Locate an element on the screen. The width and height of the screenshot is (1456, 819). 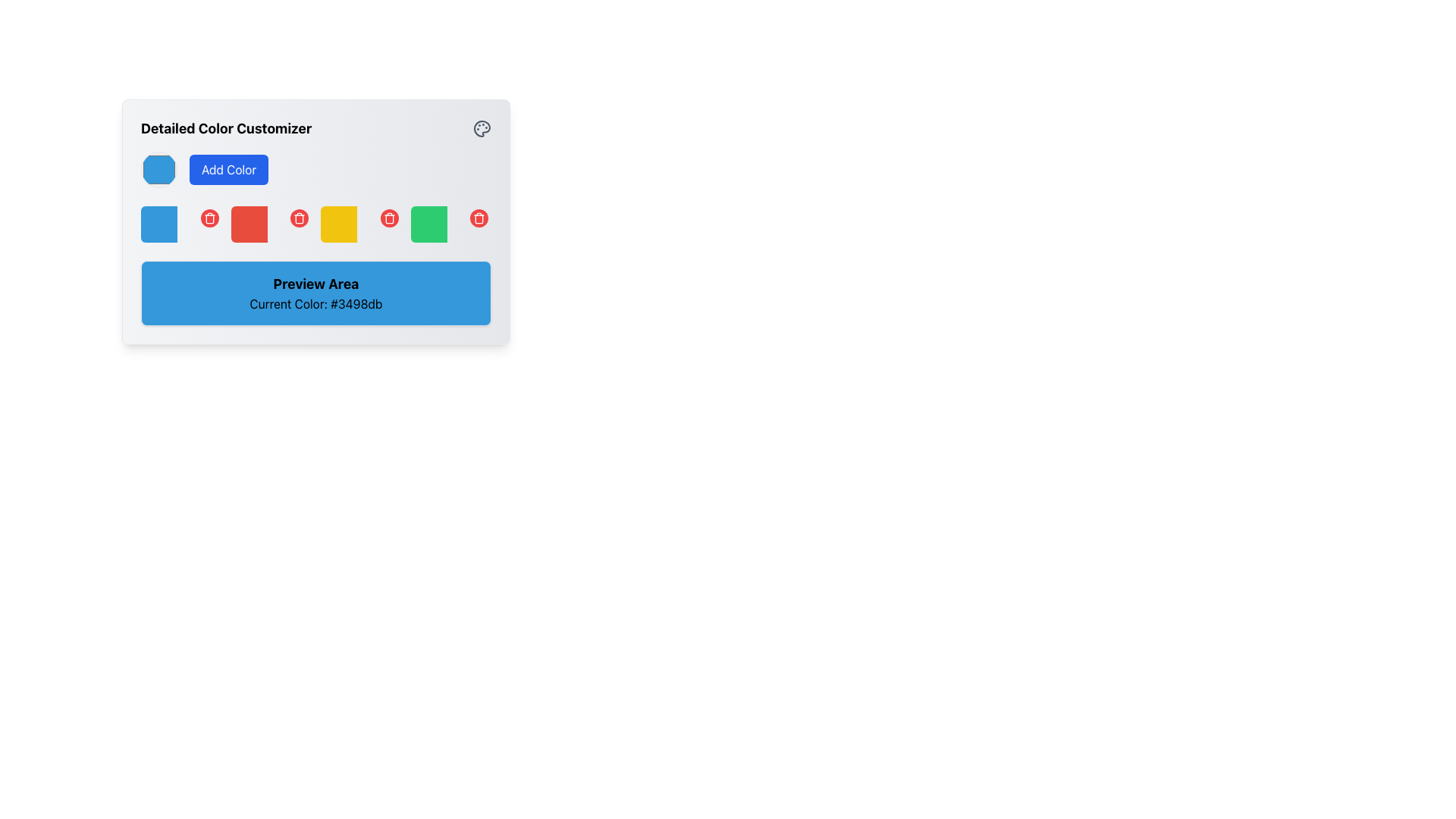
the delete button located to the right of the green color box is located at coordinates (479, 218).